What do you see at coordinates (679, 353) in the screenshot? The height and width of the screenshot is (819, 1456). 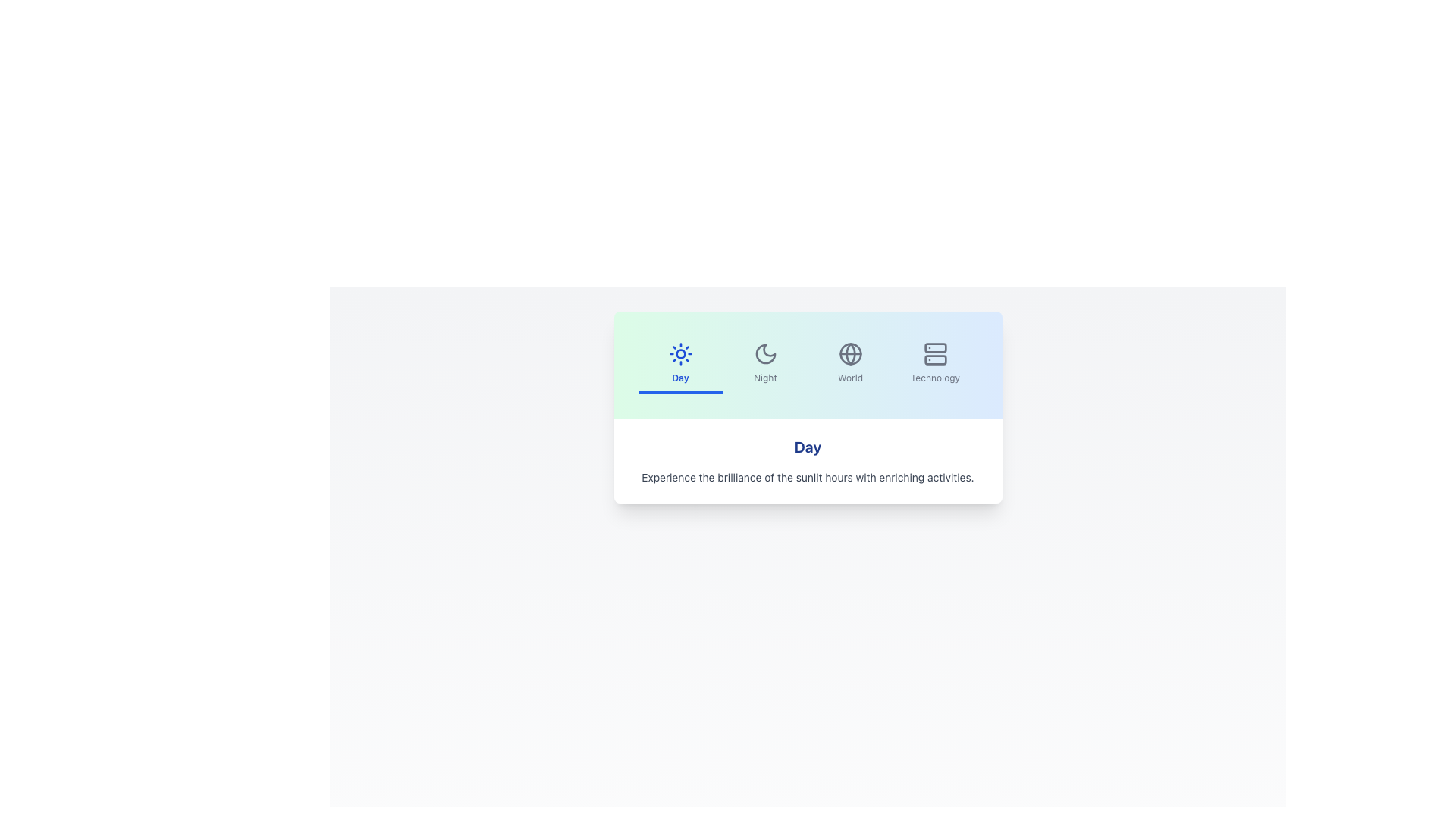 I see `the sun icon with a blue outline located in the top-left area of the 'Day' navigation bar, which aligns with 'Night', 'World', and 'Technology'` at bounding box center [679, 353].